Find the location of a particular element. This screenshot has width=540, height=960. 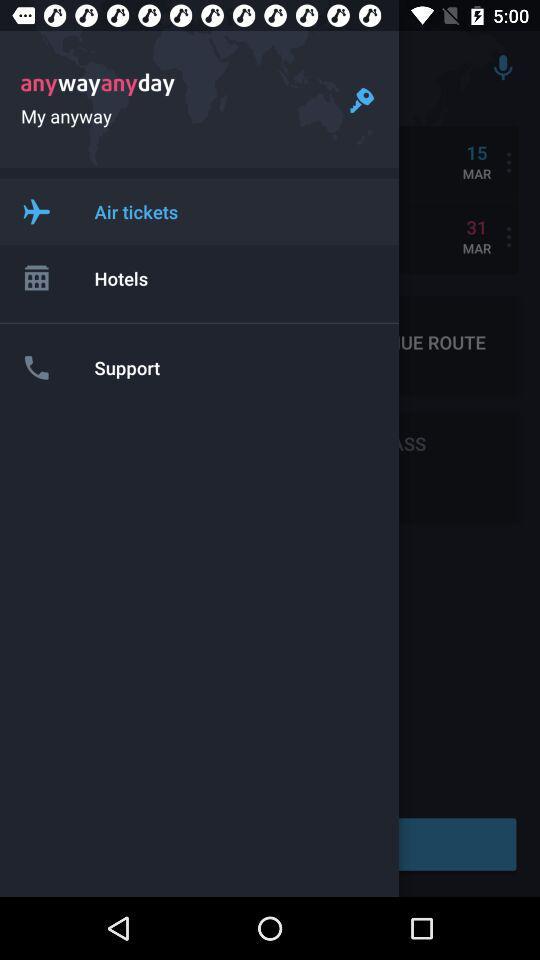

the text which is immediately below hotels is located at coordinates (143, 343).